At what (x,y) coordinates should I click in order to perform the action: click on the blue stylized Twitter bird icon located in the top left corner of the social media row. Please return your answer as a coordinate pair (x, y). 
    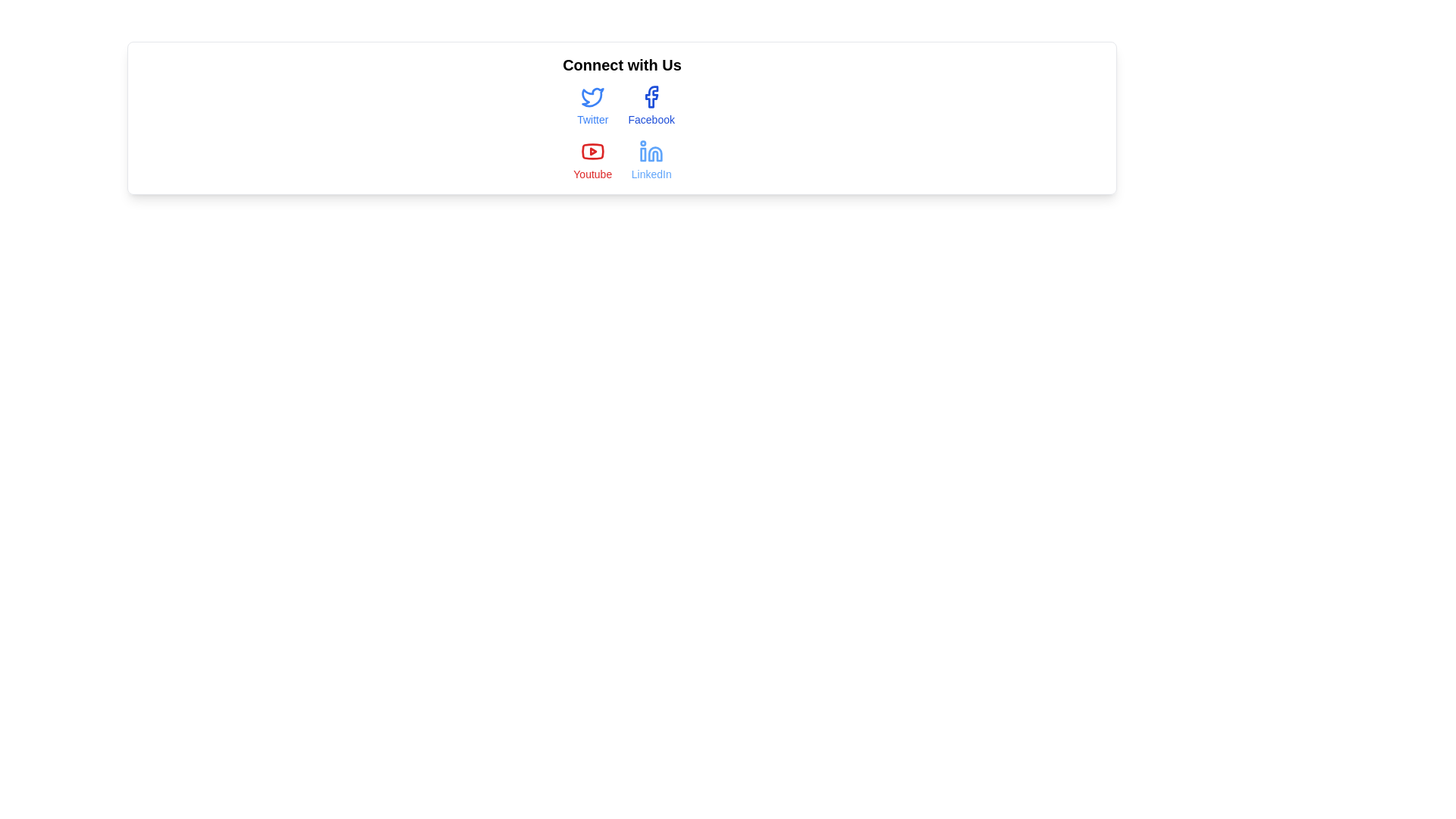
    Looking at the image, I should click on (591, 97).